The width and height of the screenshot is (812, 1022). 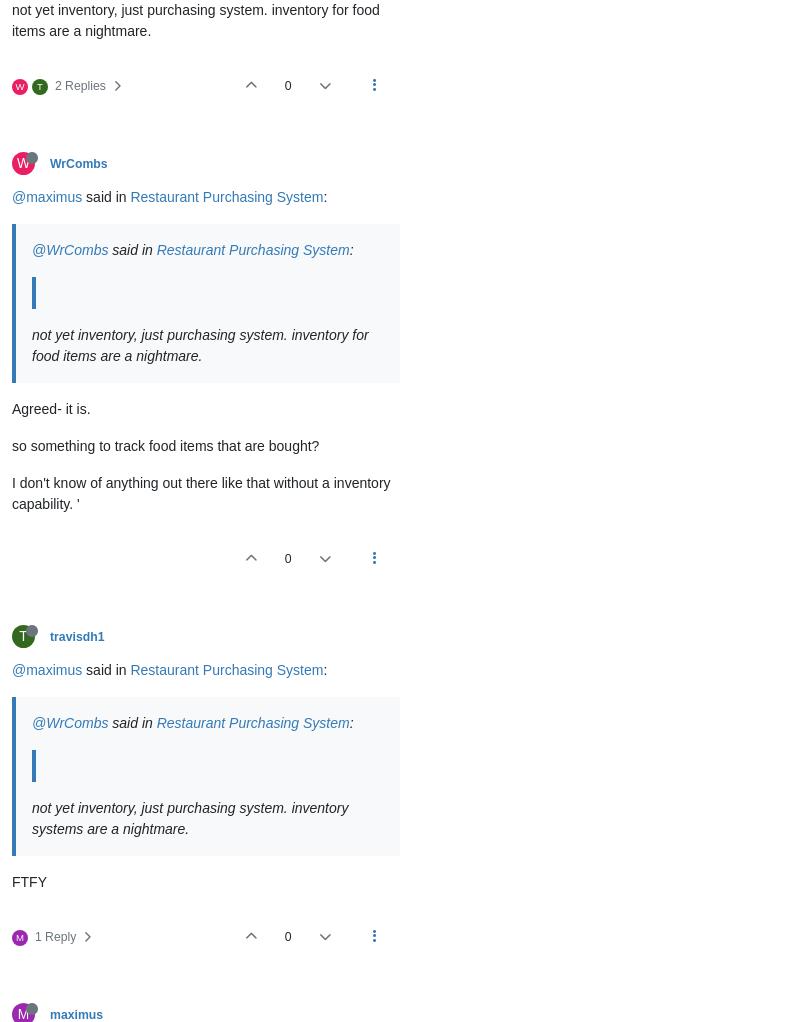 What do you see at coordinates (76, 637) in the screenshot?
I see `'travisdh1'` at bounding box center [76, 637].